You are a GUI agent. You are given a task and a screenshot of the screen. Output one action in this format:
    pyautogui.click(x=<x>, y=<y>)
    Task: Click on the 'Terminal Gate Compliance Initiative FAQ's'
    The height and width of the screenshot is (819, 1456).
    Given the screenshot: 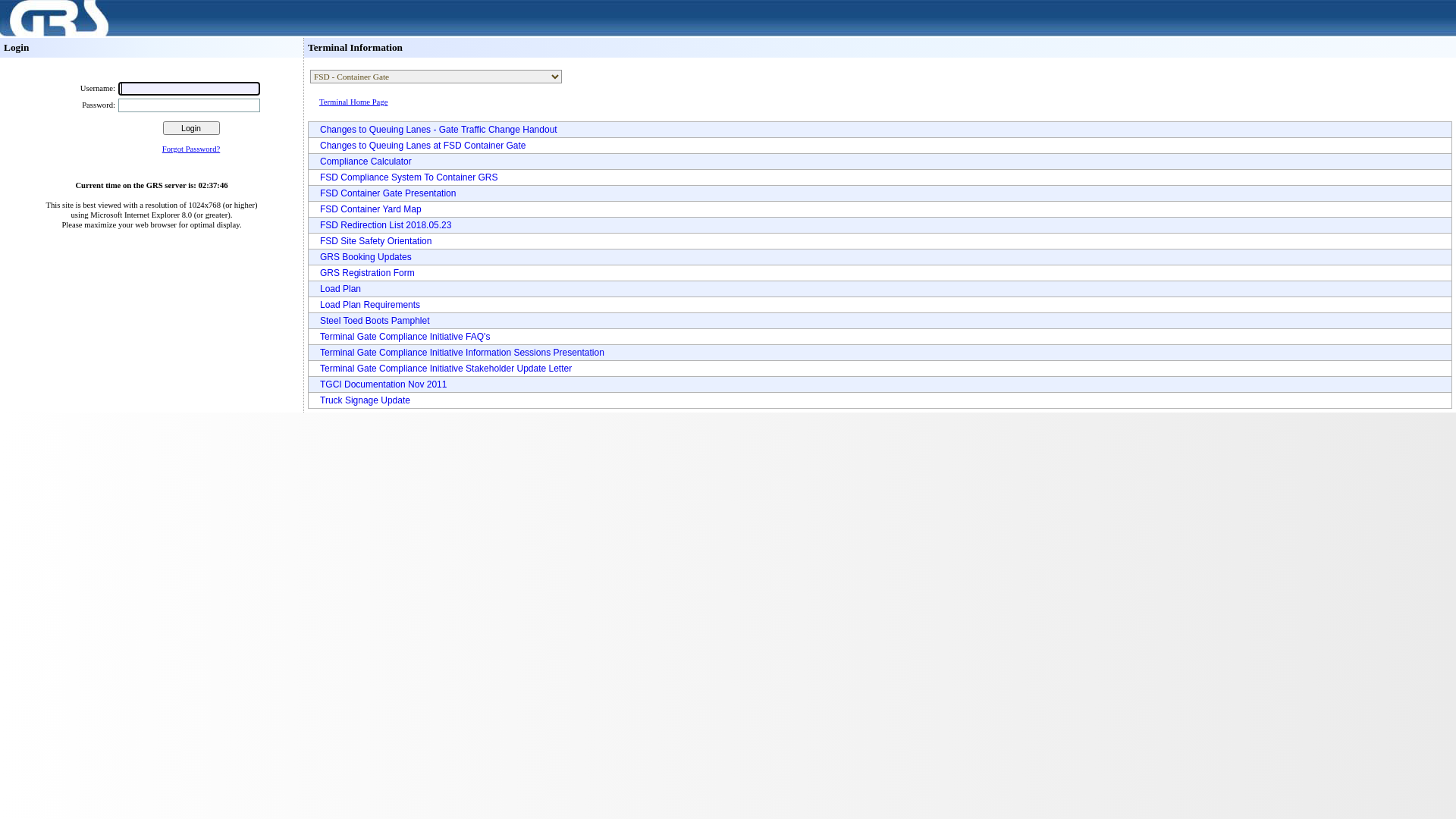 What is the action you would take?
    pyautogui.click(x=400, y=335)
    